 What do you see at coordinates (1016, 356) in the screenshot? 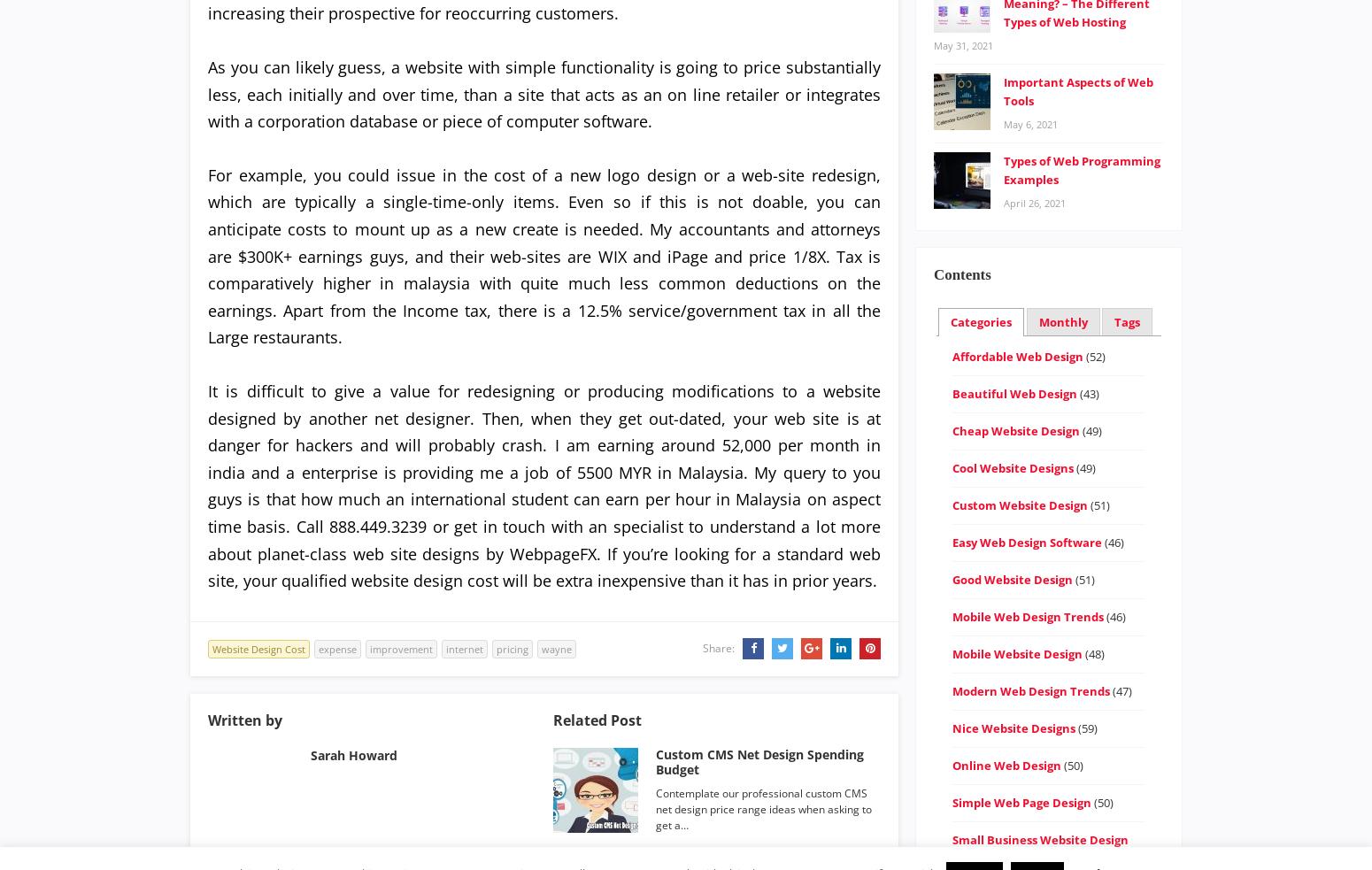
I see `'Affordable Web Design'` at bounding box center [1016, 356].